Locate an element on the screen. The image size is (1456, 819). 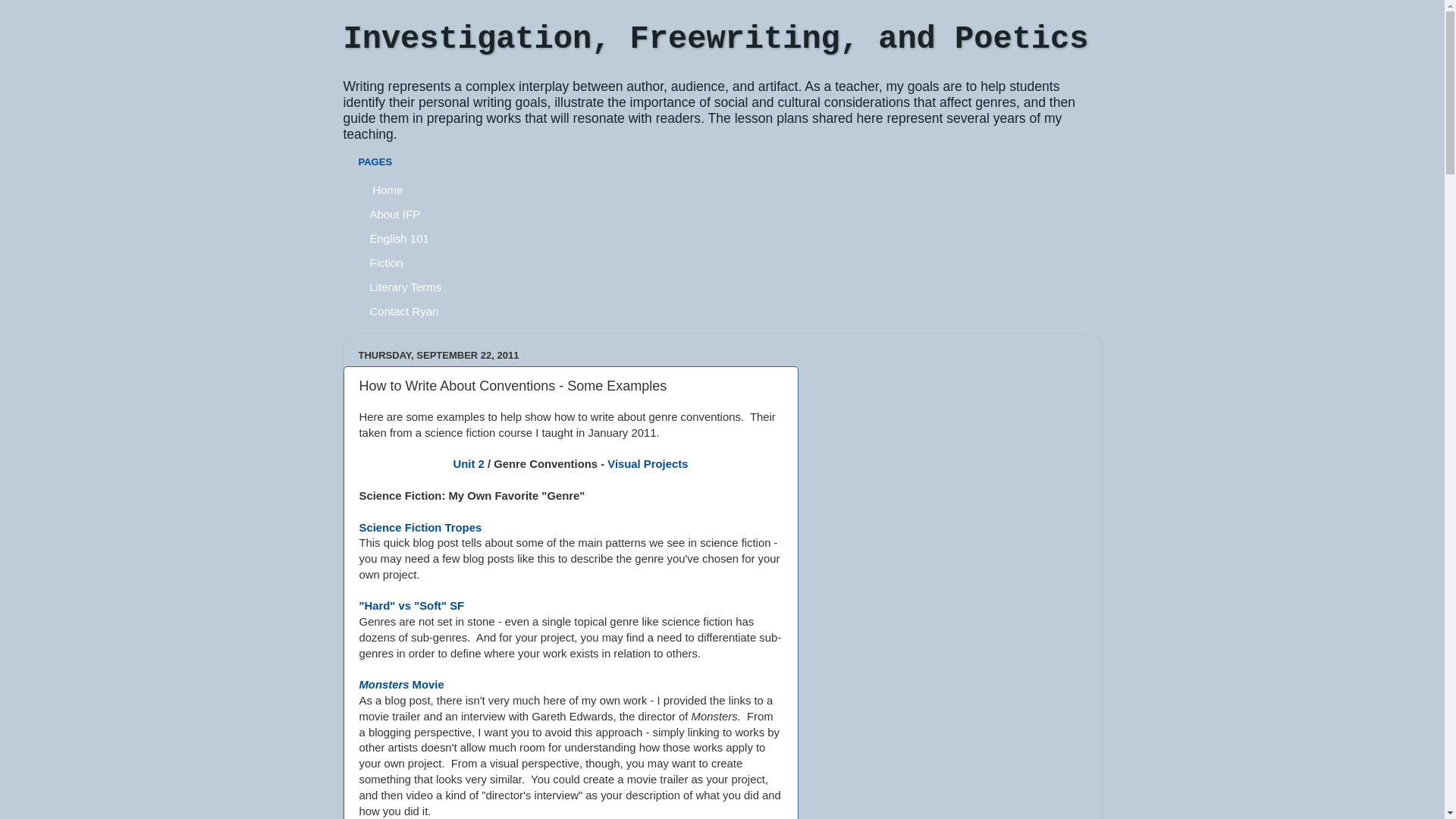
'English 101' is located at coordinates (399, 237).